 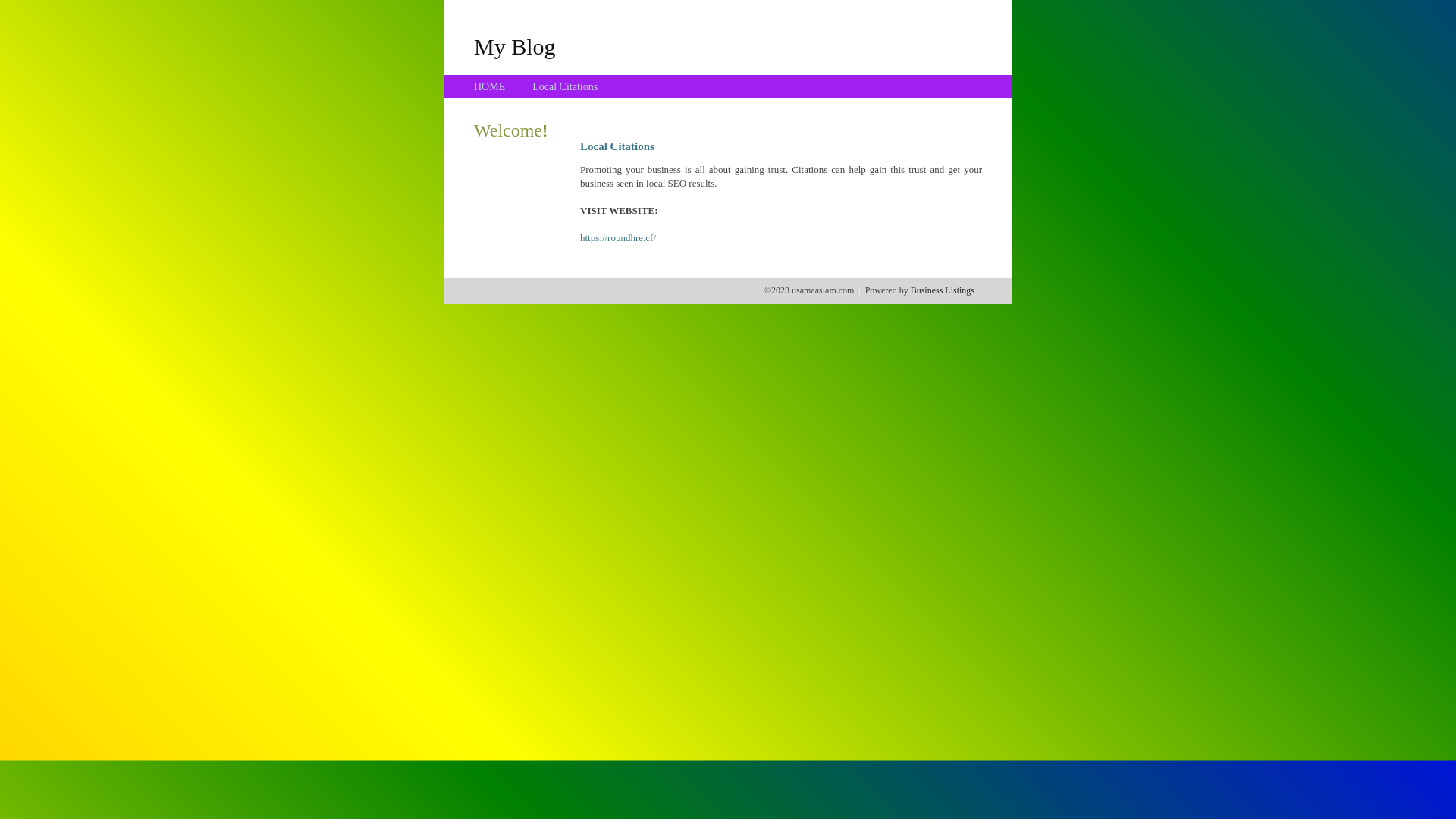 I want to click on 'Local Citations', so click(x=563, y=86).